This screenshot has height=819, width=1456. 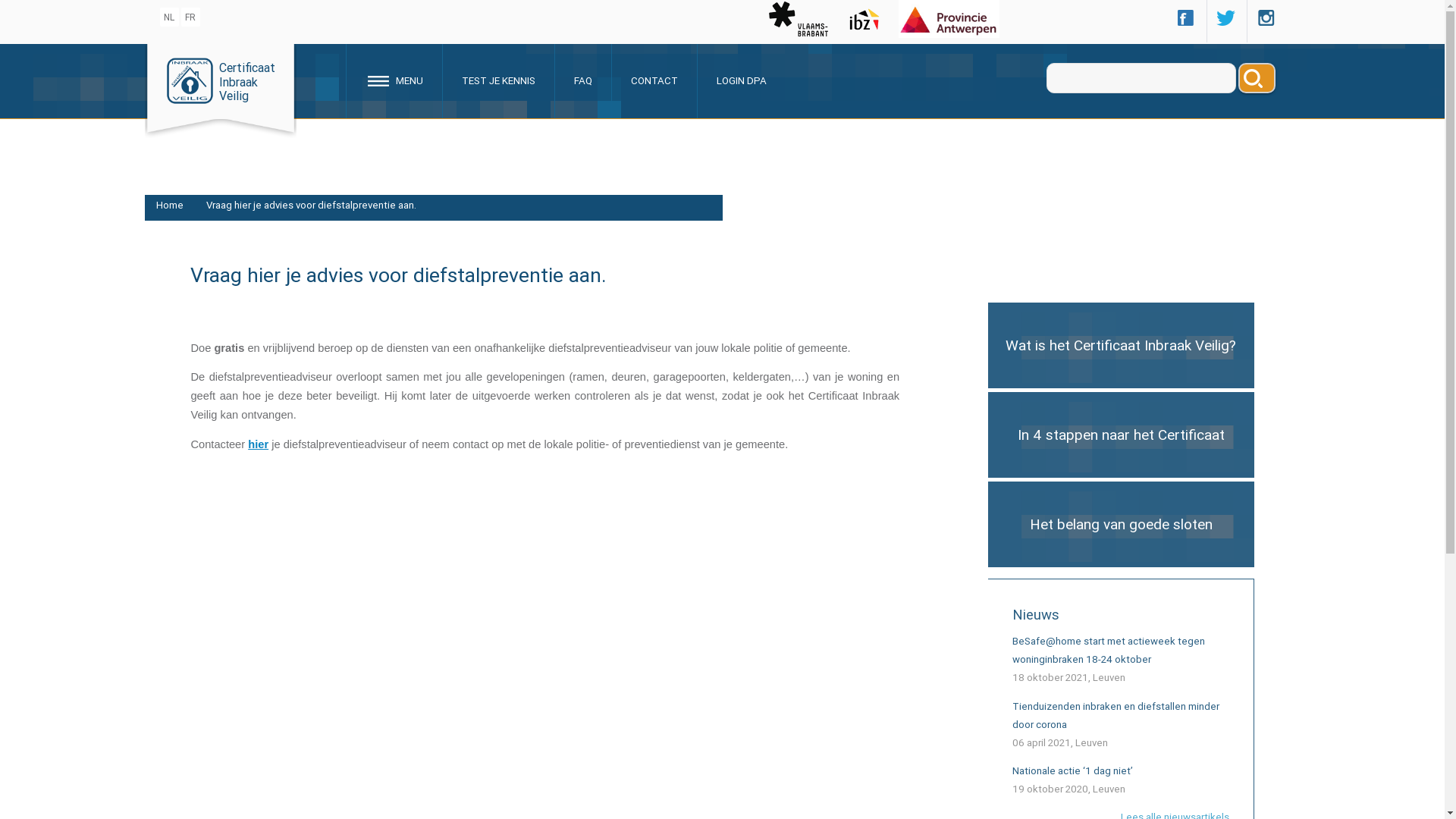 I want to click on '18 oktober 2021', so click(x=1050, y=676).